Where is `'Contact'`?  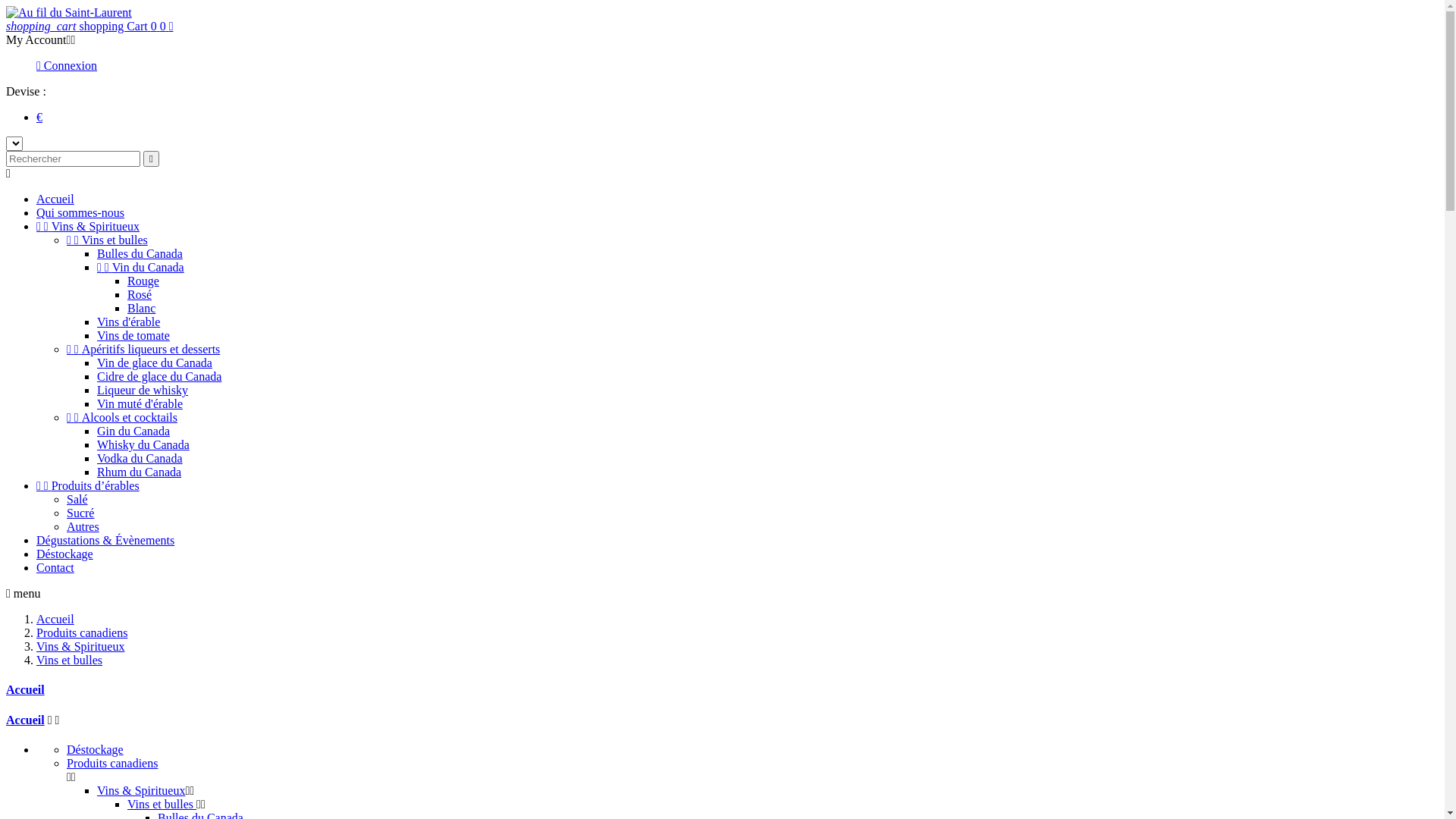 'Contact' is located at coordinates (55, 567).